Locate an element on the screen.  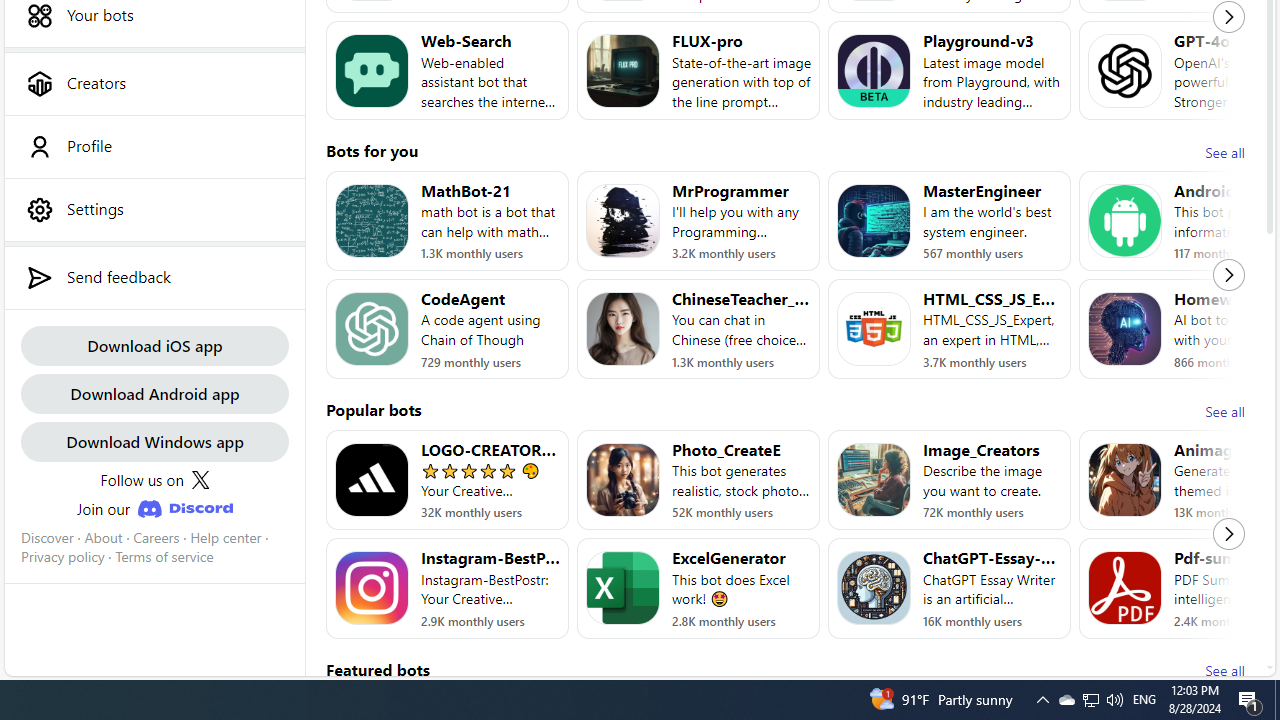
'Send feedback' is located at coordinates (153, 277).